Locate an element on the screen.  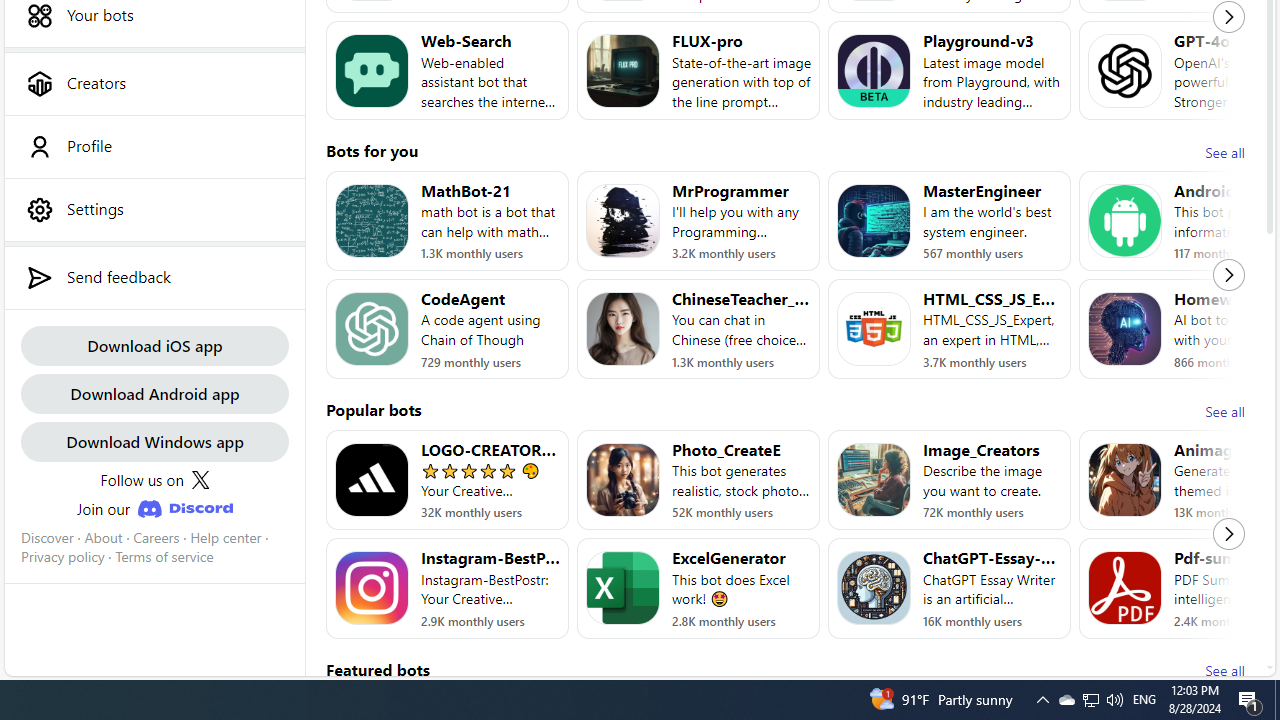
'Send feedback' is located at coordinates (153, 277).